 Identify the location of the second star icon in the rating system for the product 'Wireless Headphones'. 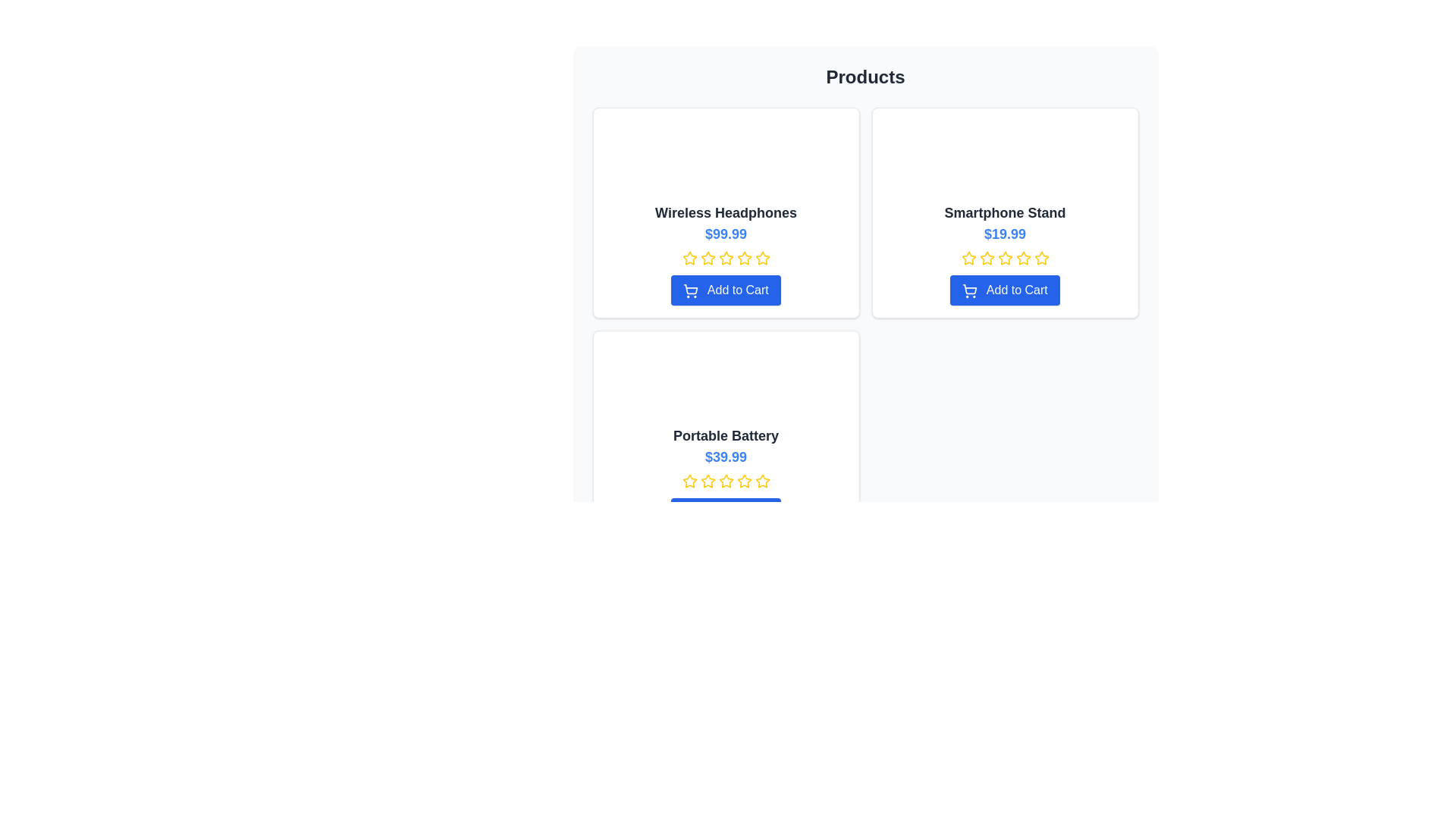
(707, 257).